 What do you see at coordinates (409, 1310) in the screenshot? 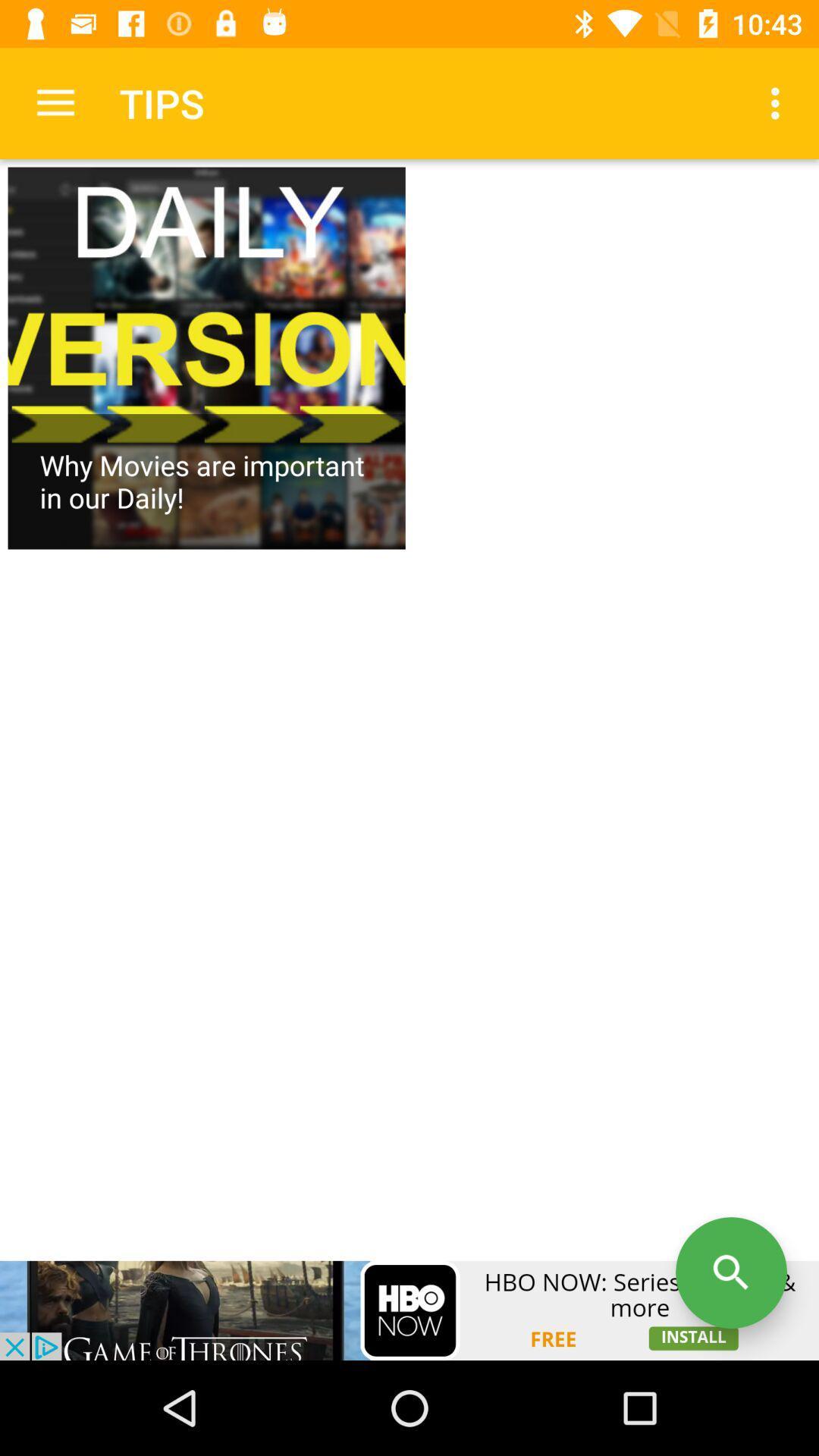
I see `hbo now advertisement` at bounding box center [409, 1310].